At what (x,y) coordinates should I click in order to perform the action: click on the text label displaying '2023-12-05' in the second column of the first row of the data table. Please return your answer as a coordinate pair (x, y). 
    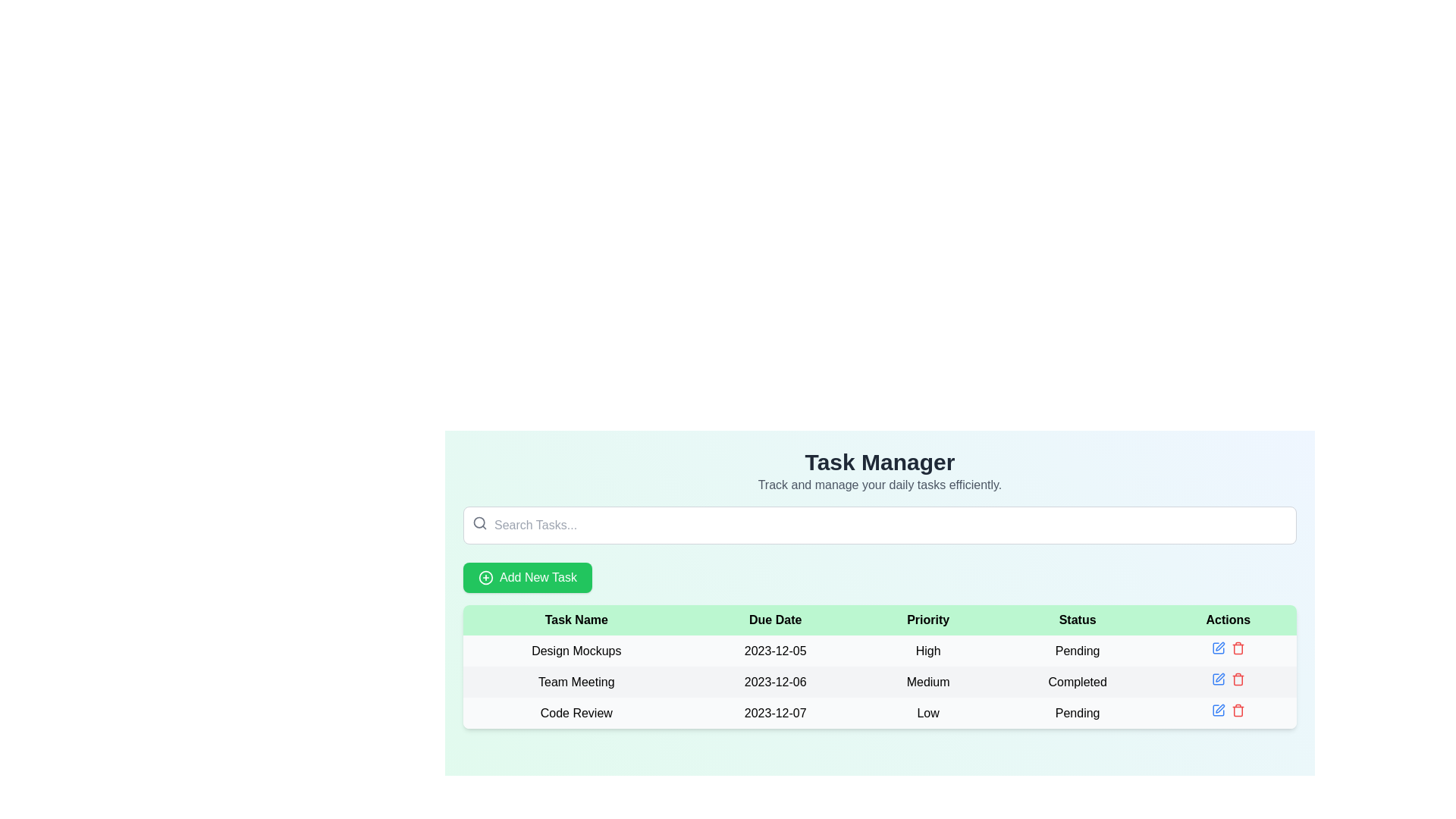
    Looking at the image, I should click on (775, 650).